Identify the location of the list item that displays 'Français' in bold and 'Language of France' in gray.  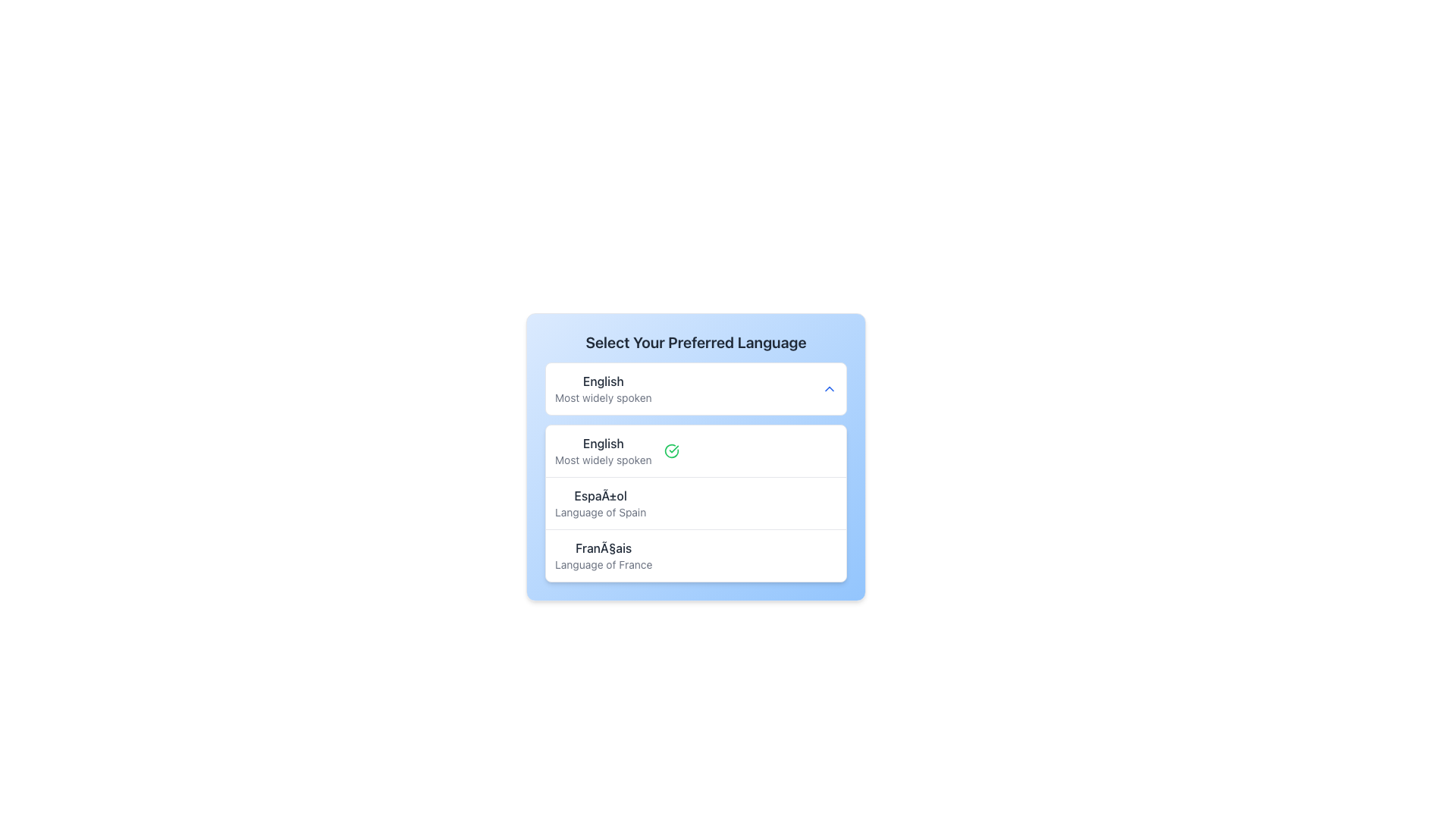
(695, 555).